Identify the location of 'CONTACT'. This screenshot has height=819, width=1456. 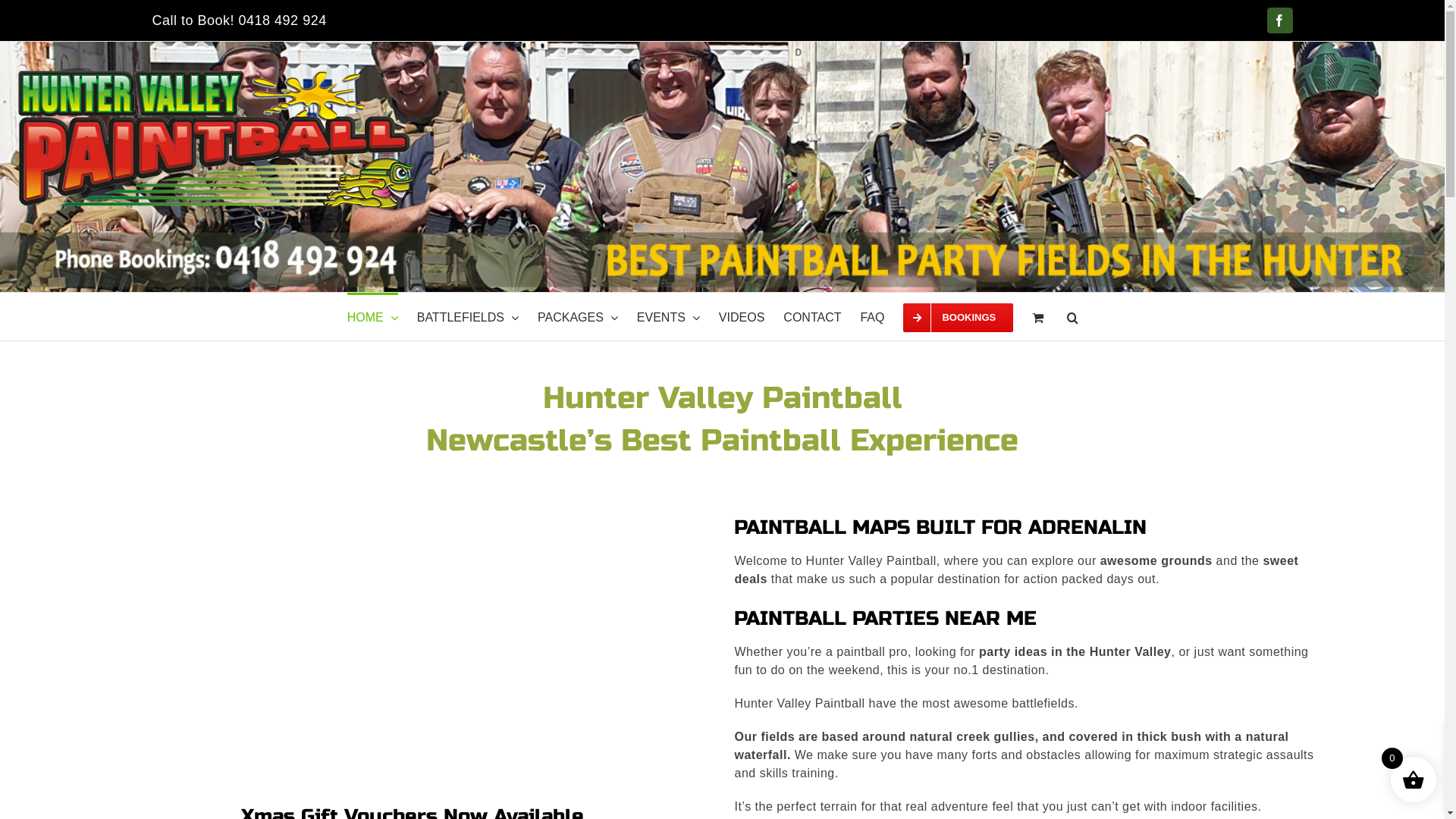
(811, 315).